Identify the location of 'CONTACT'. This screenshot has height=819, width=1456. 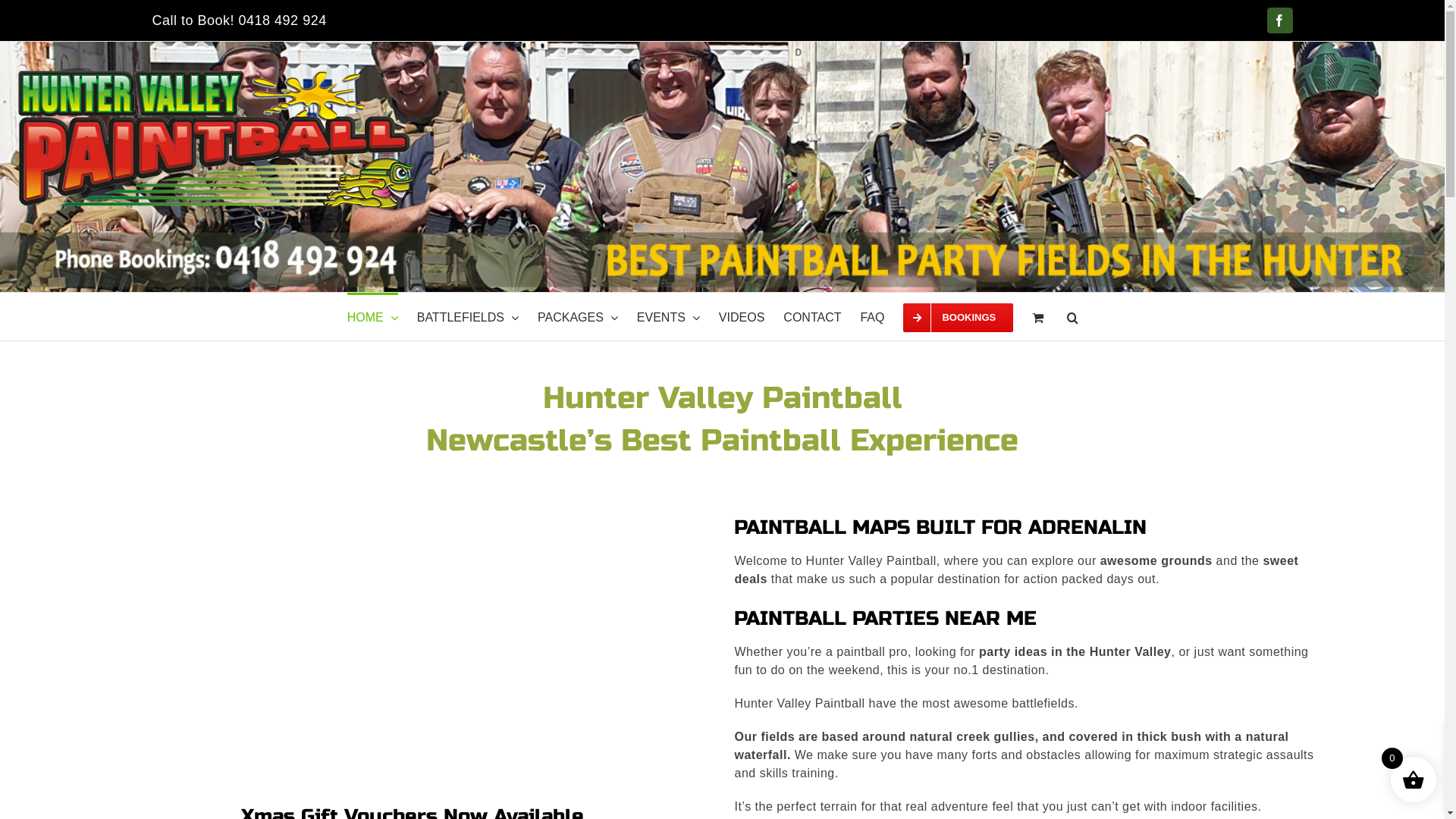
(811, 315).